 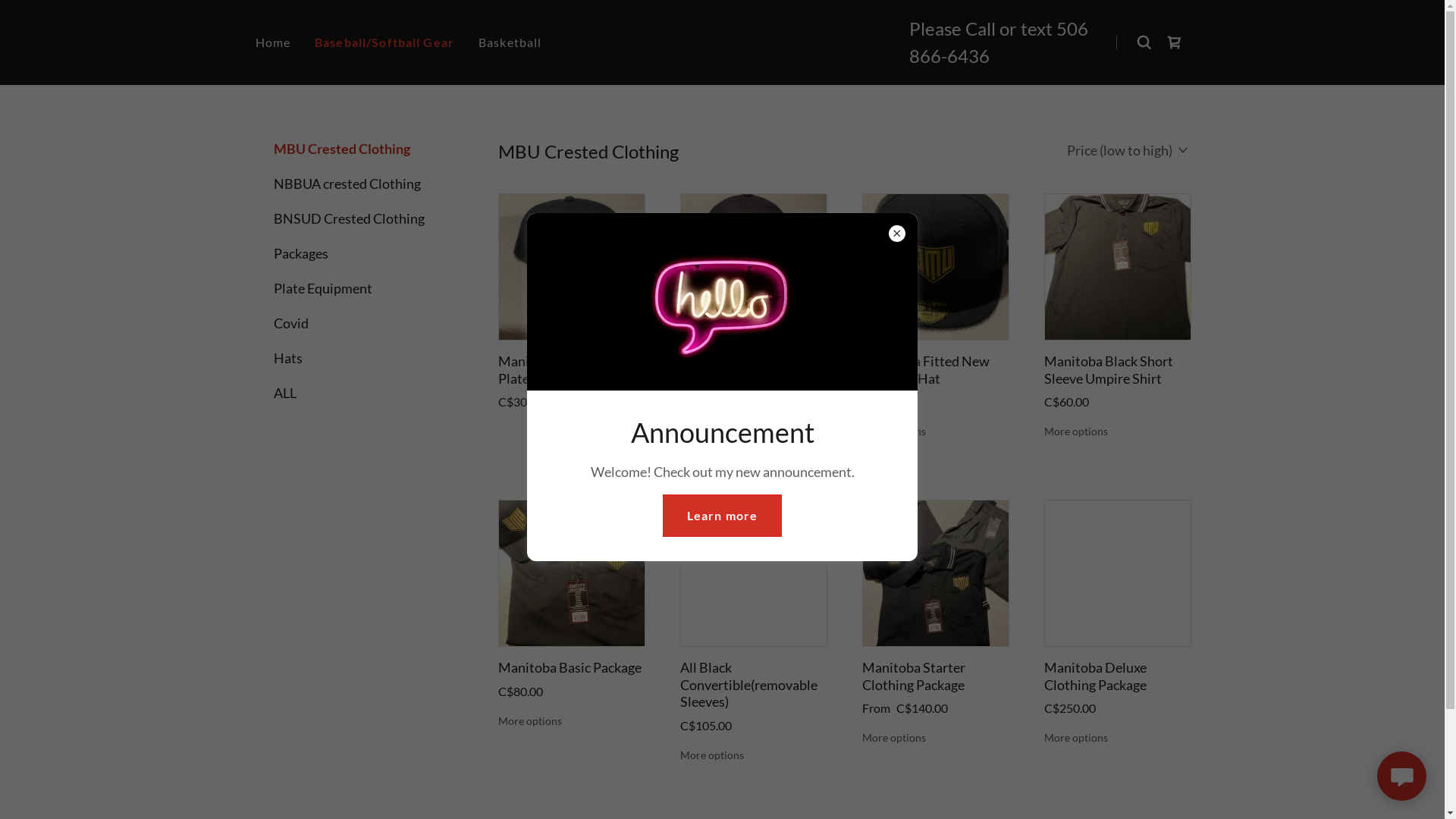 What do you see at coordinates (1128, 149) in the screenshot?
I see `'Price (low to high)'` at bounding box center [1128, 149].